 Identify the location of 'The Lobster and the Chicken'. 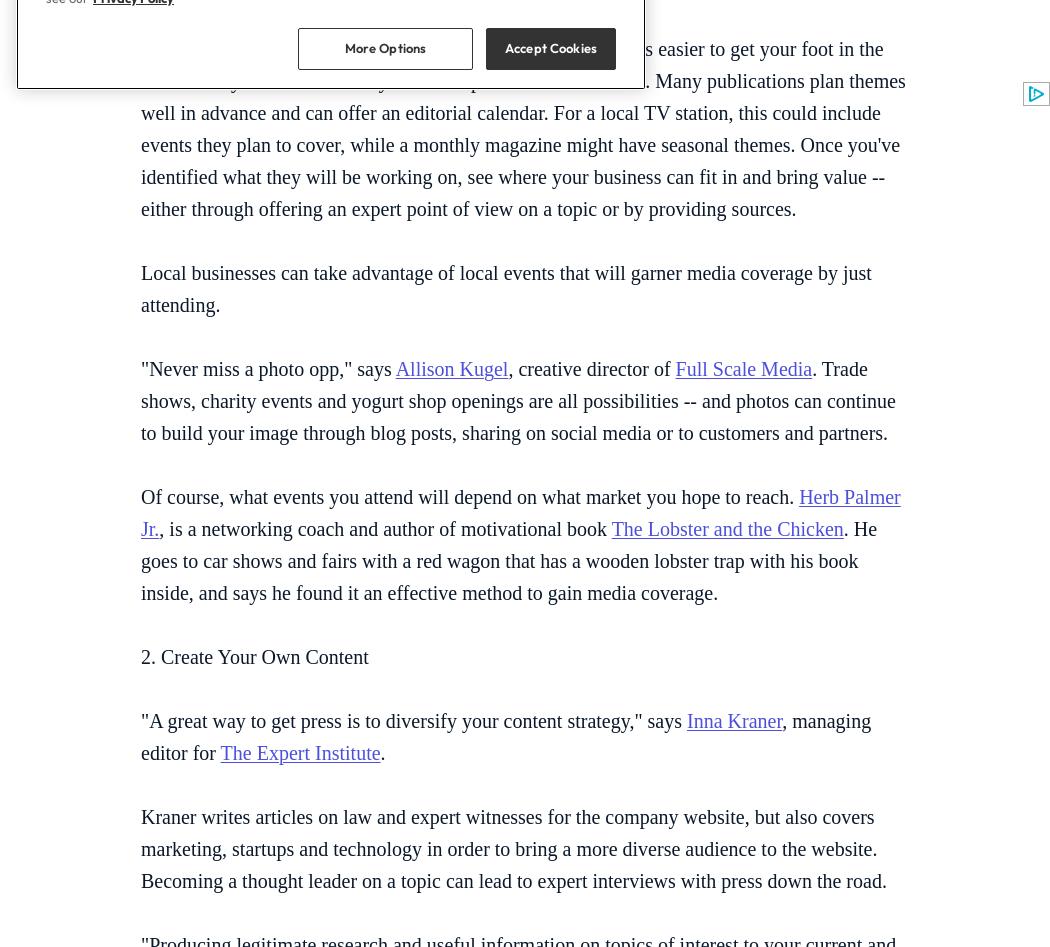
(726, 527).